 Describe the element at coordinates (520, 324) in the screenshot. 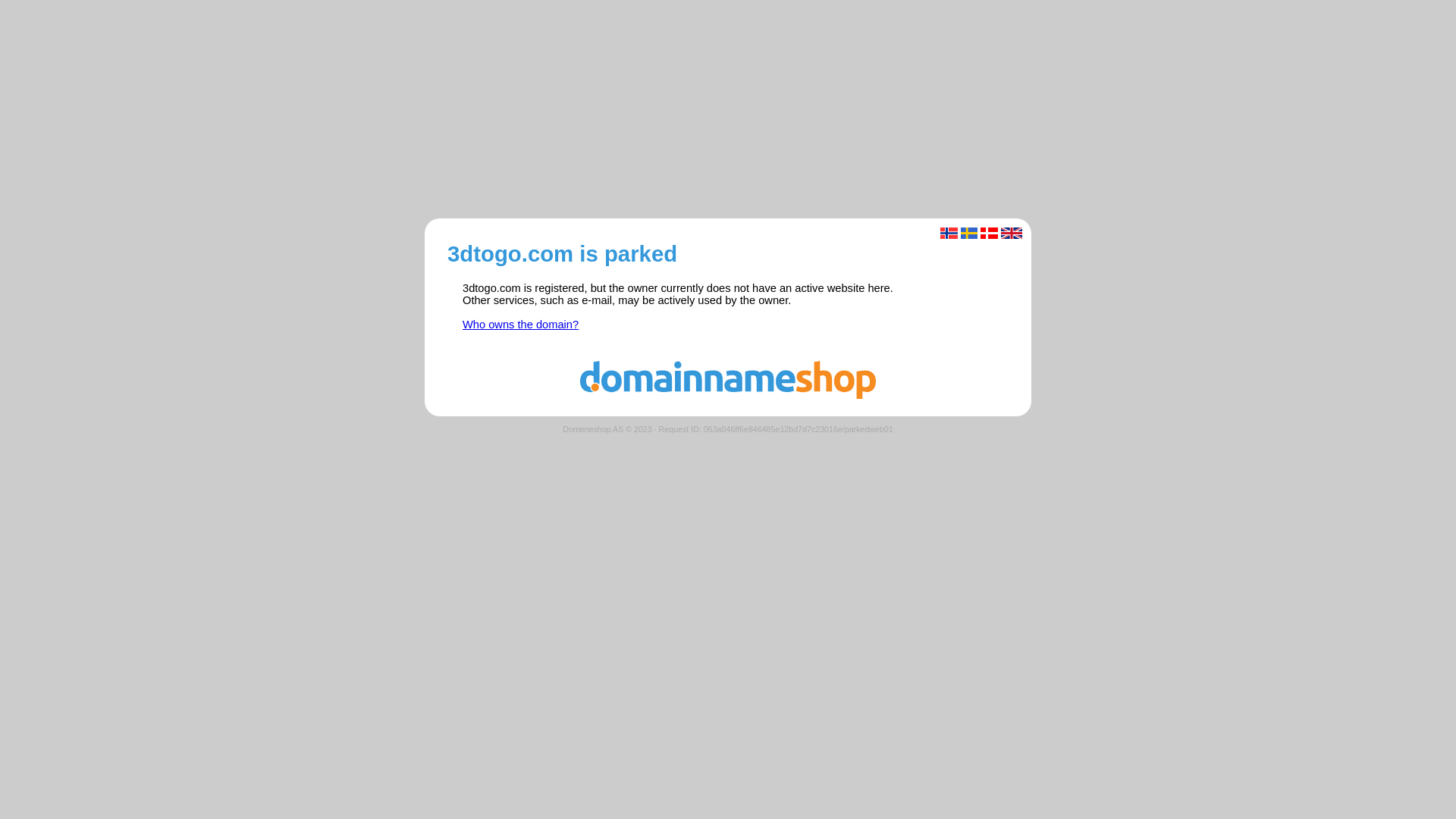

I see `'Who owns the domain?'` at that location.